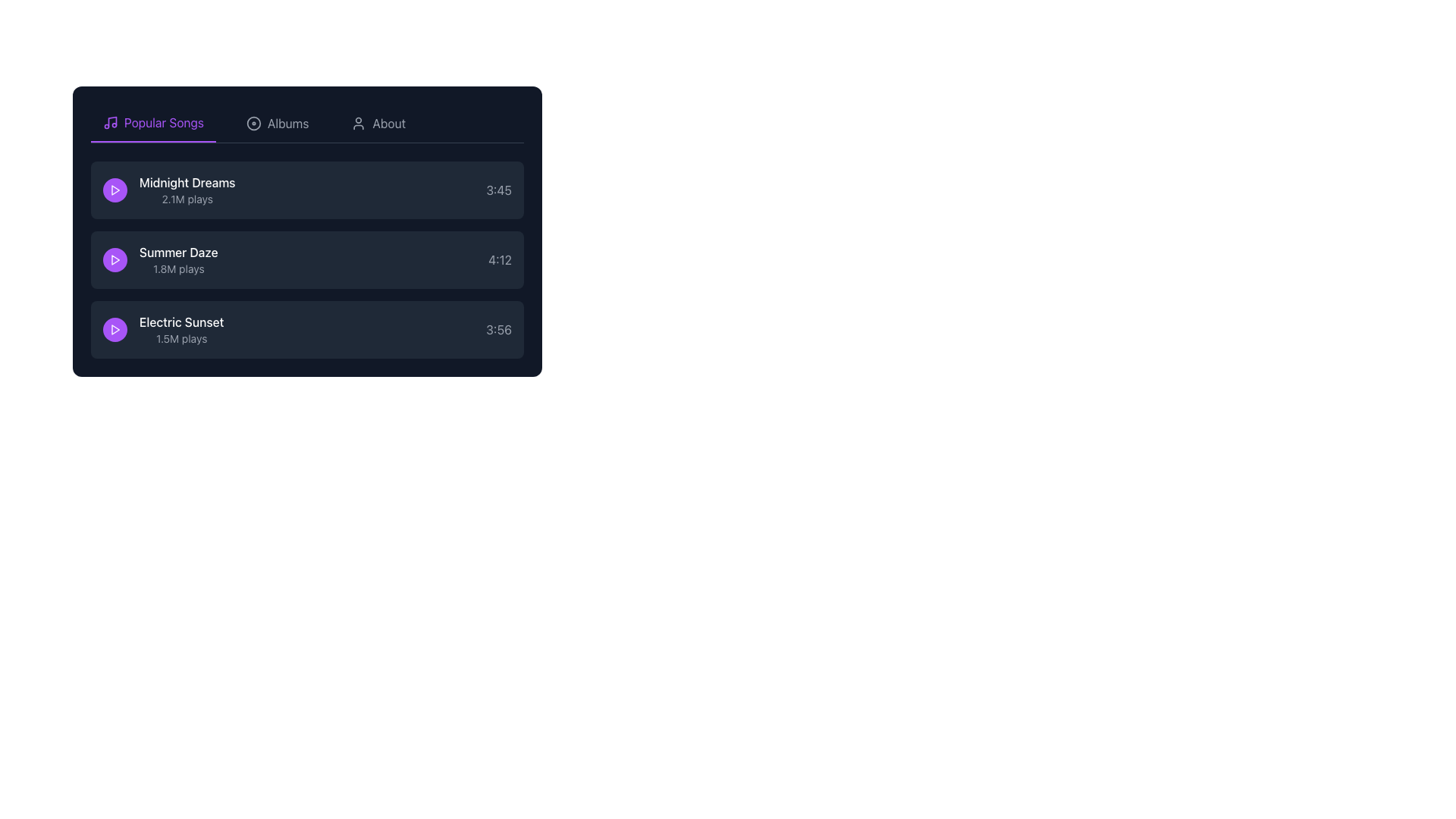 The width and height of the screenshot is (1456, 819). What do you see at coordinates (306, 189) in the screenshot?
I see `the list item 'Midnight Dreams' with a dark background and light text` at bounding box center [306, 189].